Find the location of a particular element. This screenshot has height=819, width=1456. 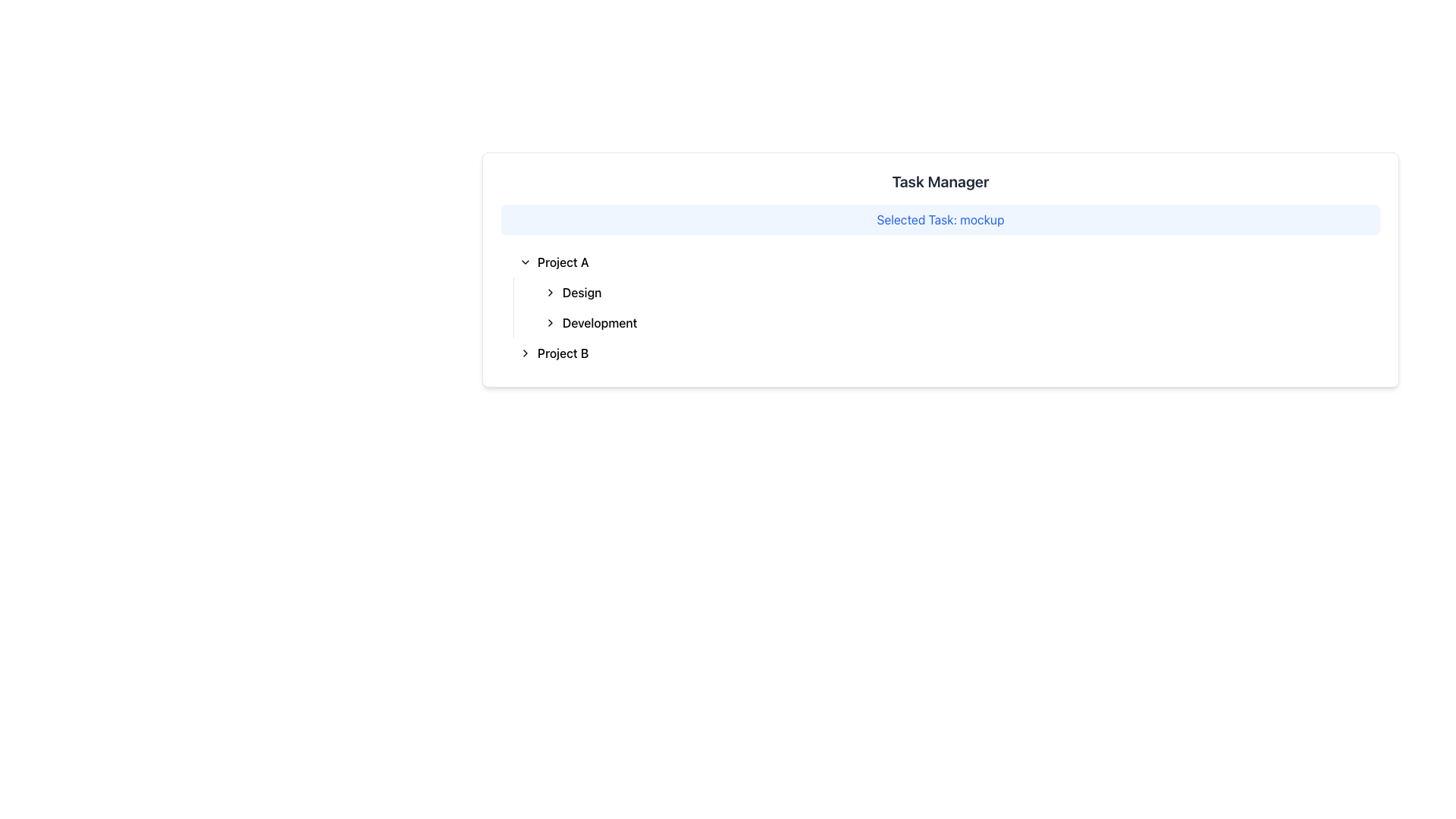

the list item entry for 'Project B' is located at coordinates (946, 353).